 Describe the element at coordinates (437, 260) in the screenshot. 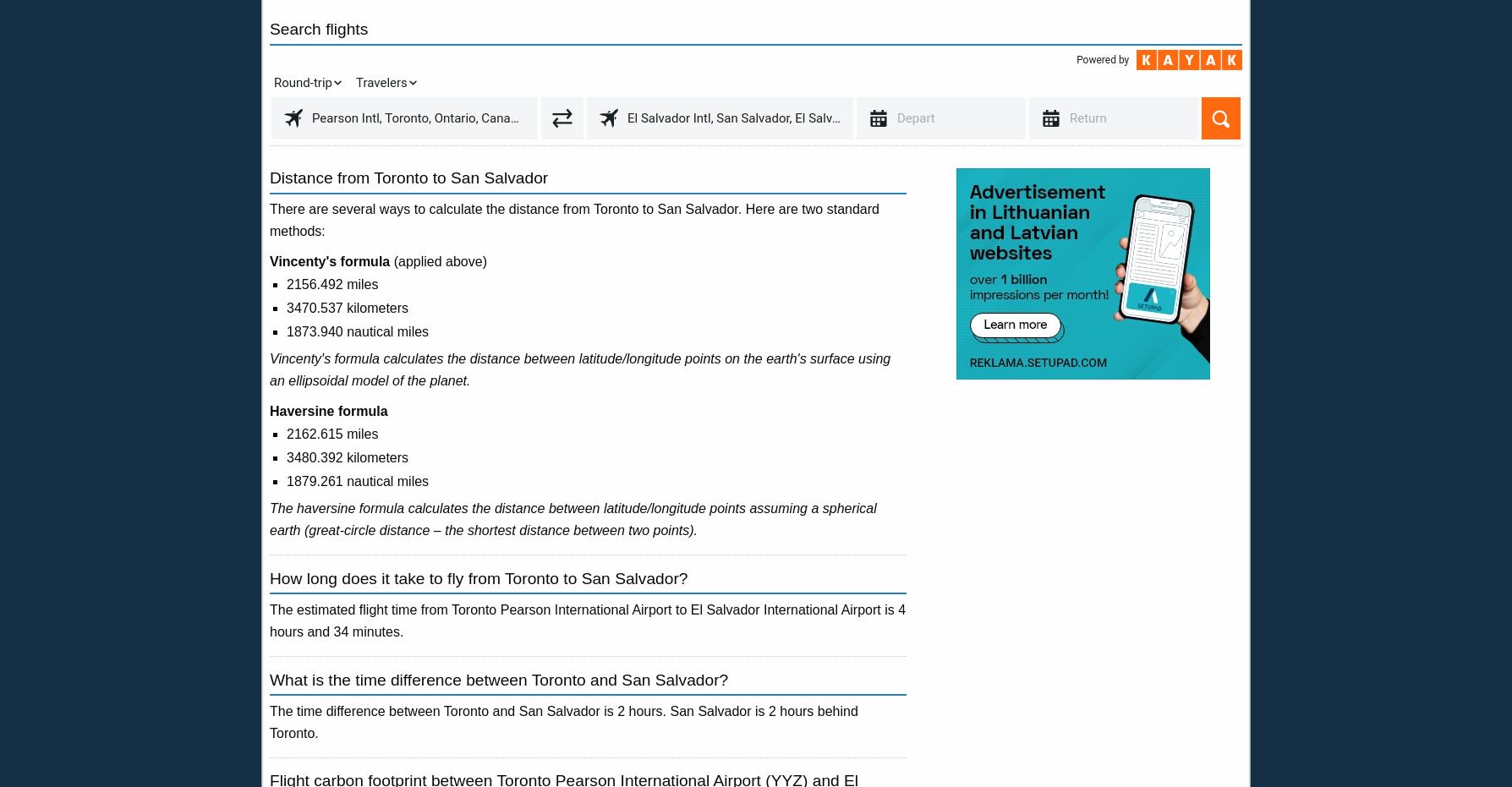

I see `'(applied above)'` at that location.